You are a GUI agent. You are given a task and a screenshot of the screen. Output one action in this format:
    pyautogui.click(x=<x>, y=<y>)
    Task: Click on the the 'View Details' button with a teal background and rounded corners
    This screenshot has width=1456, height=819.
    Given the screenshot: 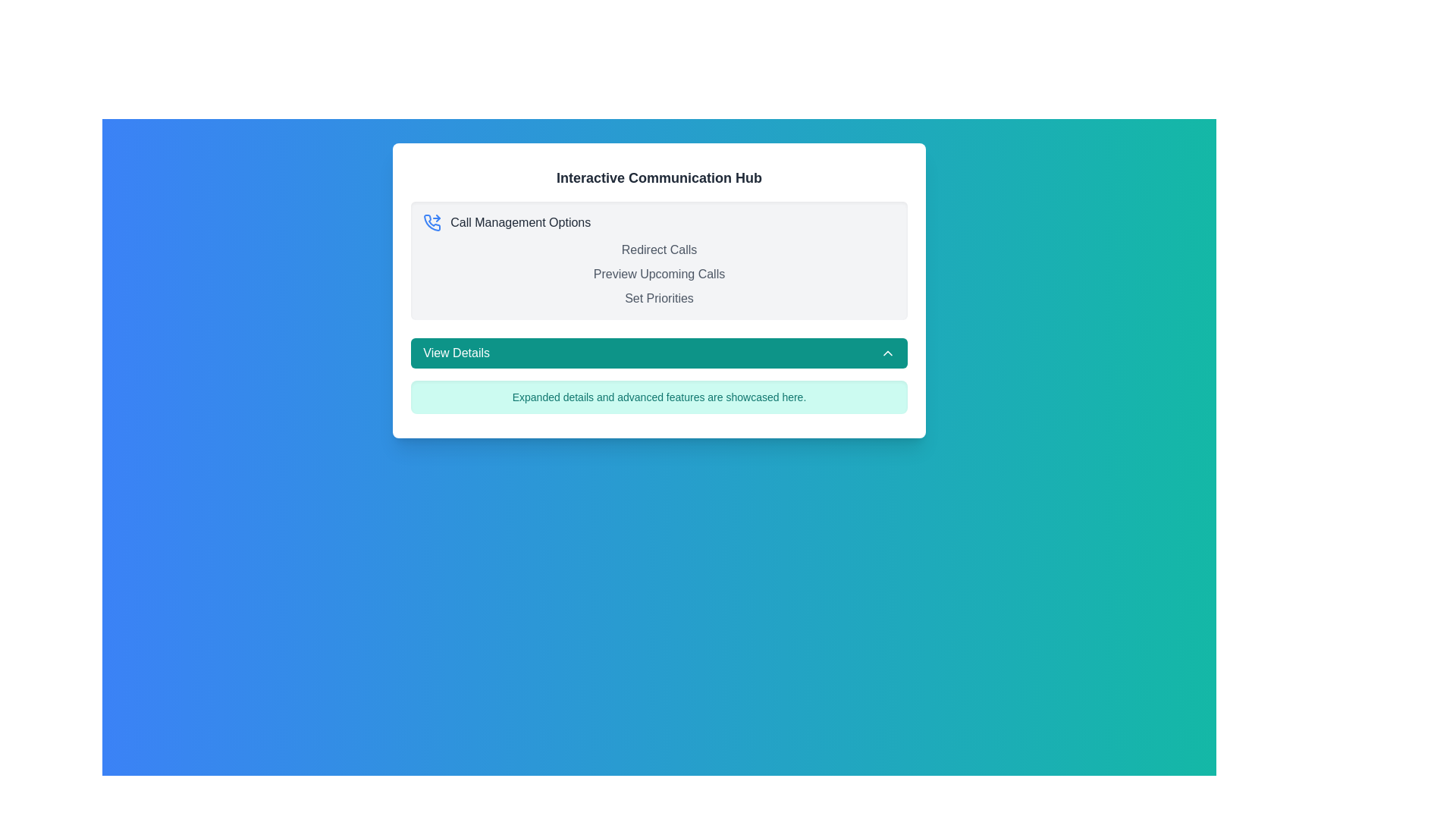 What is the action you would take?
    pyautogui.click(x=659, y=353)
    